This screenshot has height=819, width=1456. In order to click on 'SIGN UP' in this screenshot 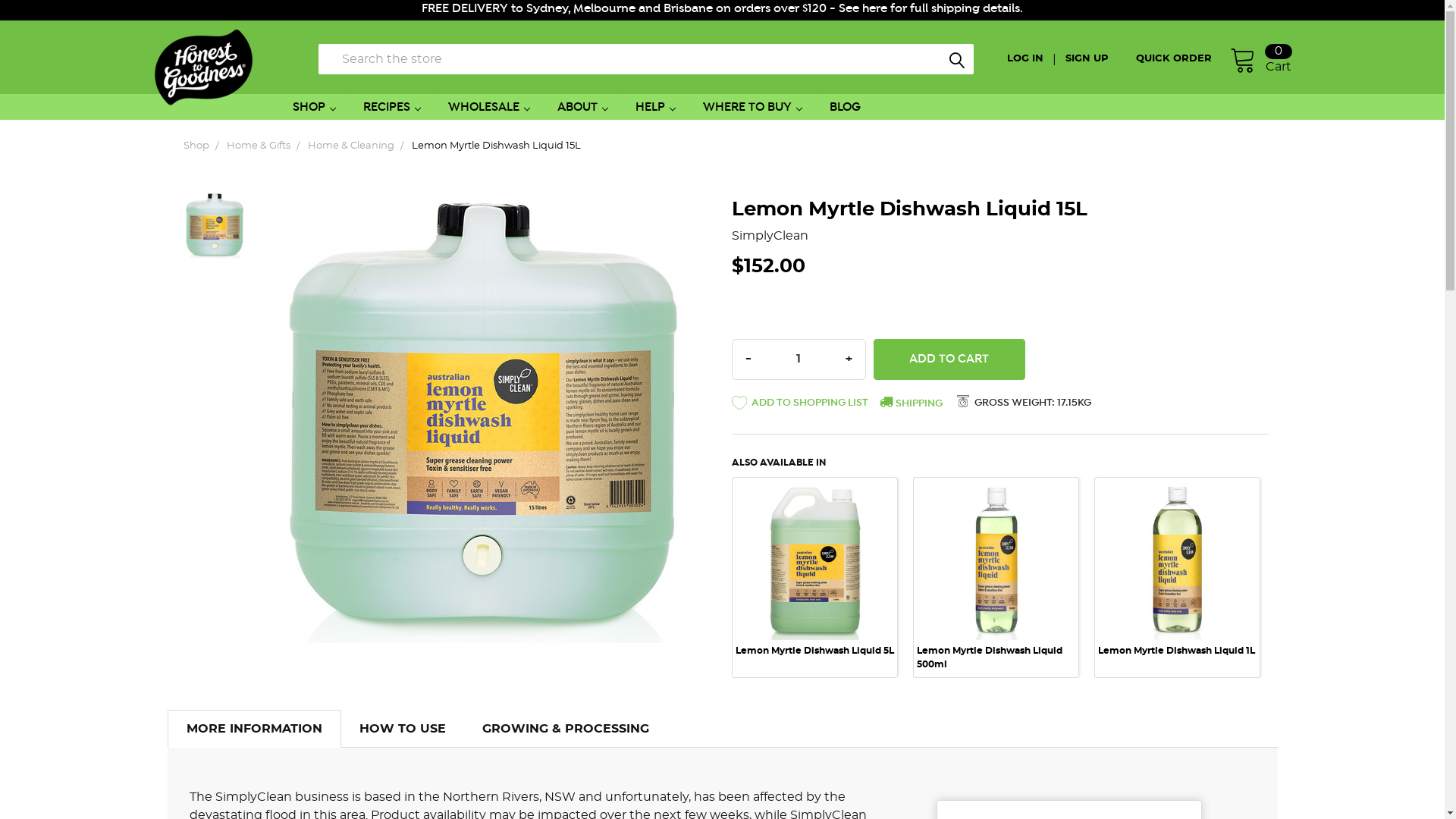, I will do `click(1055, 58)`.